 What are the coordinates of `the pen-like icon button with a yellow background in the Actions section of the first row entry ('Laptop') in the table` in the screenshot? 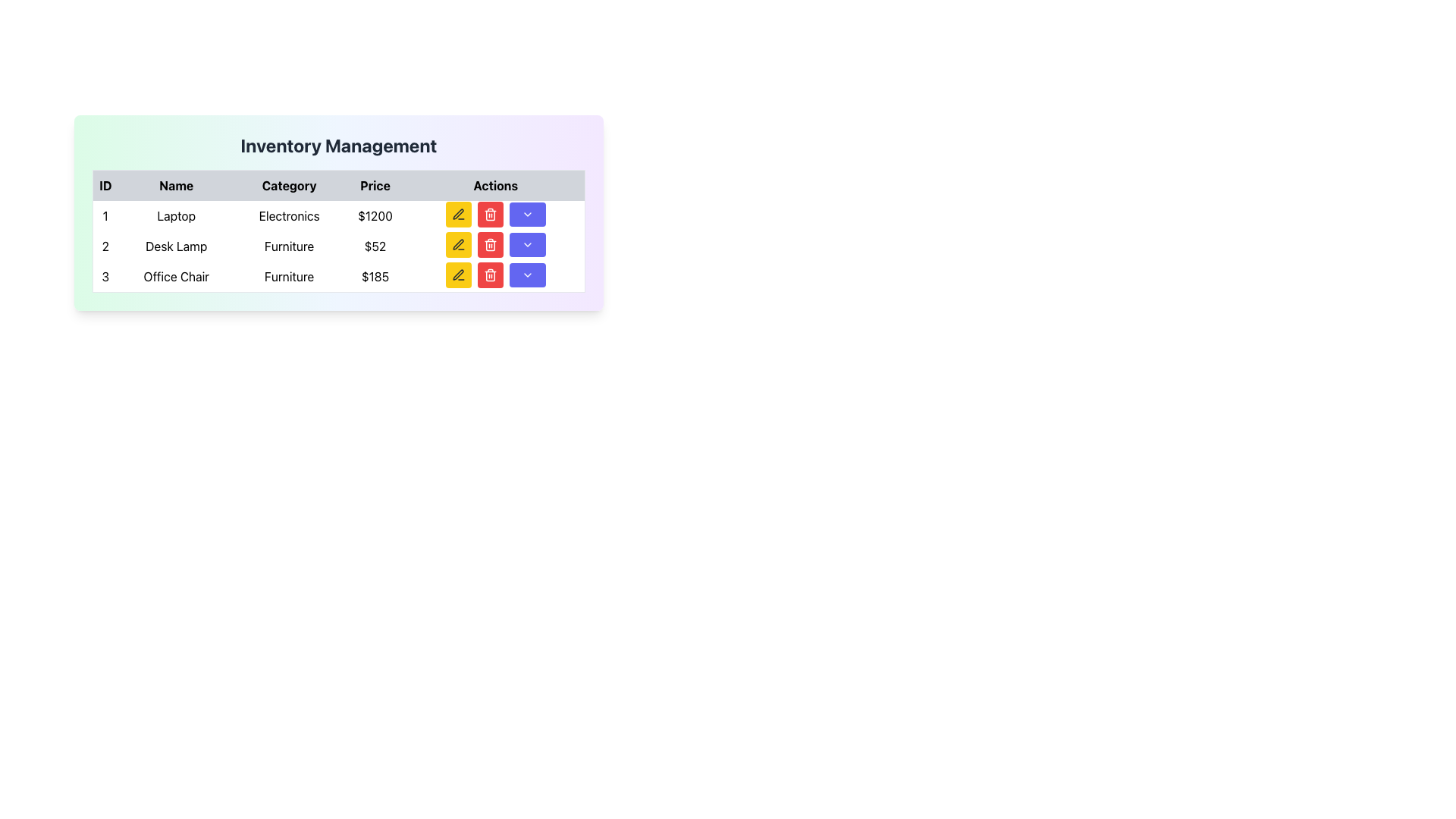 It's located at (457, 214).